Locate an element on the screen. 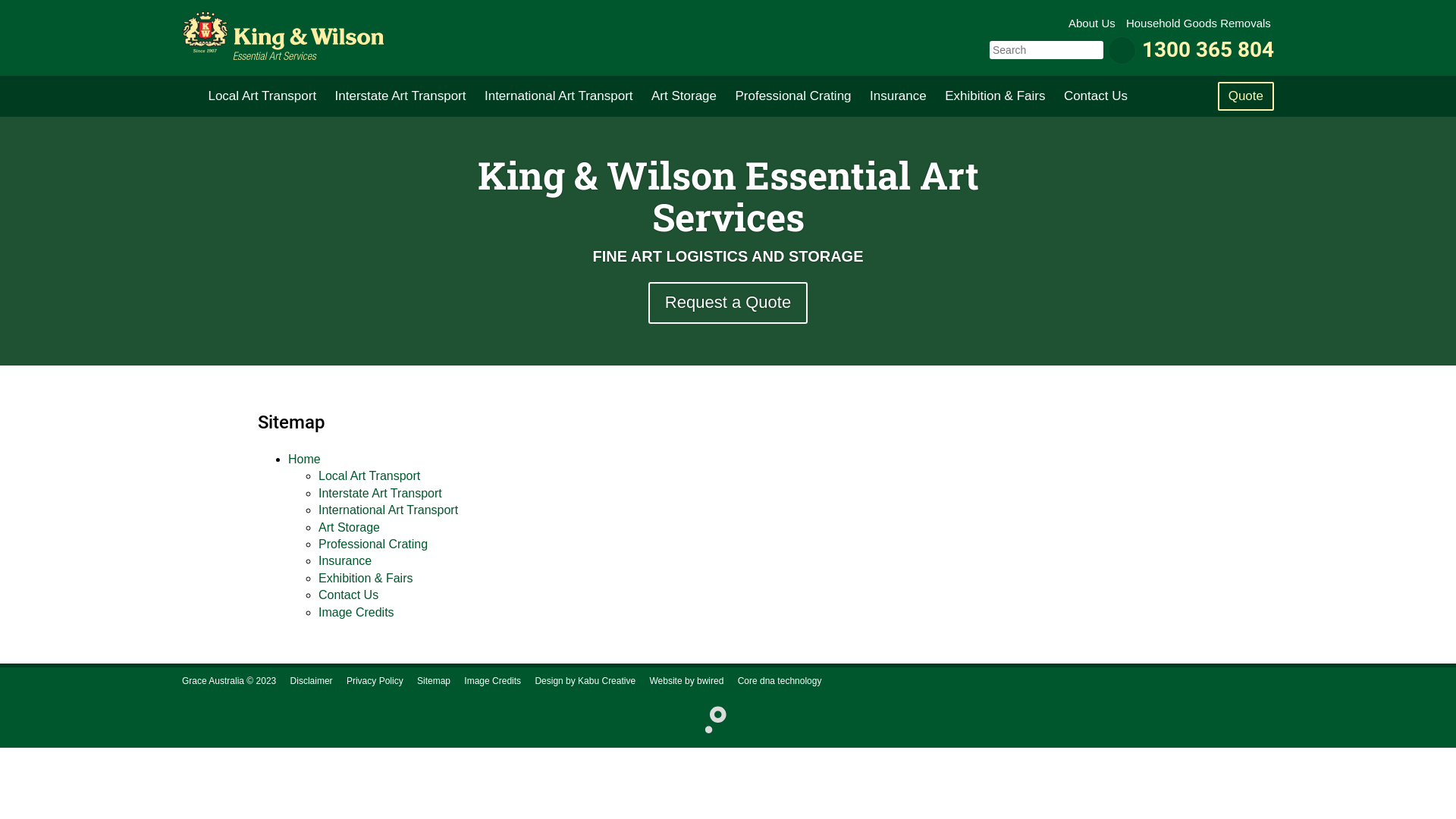  'About Us' is located at coordinates (1093, 23).